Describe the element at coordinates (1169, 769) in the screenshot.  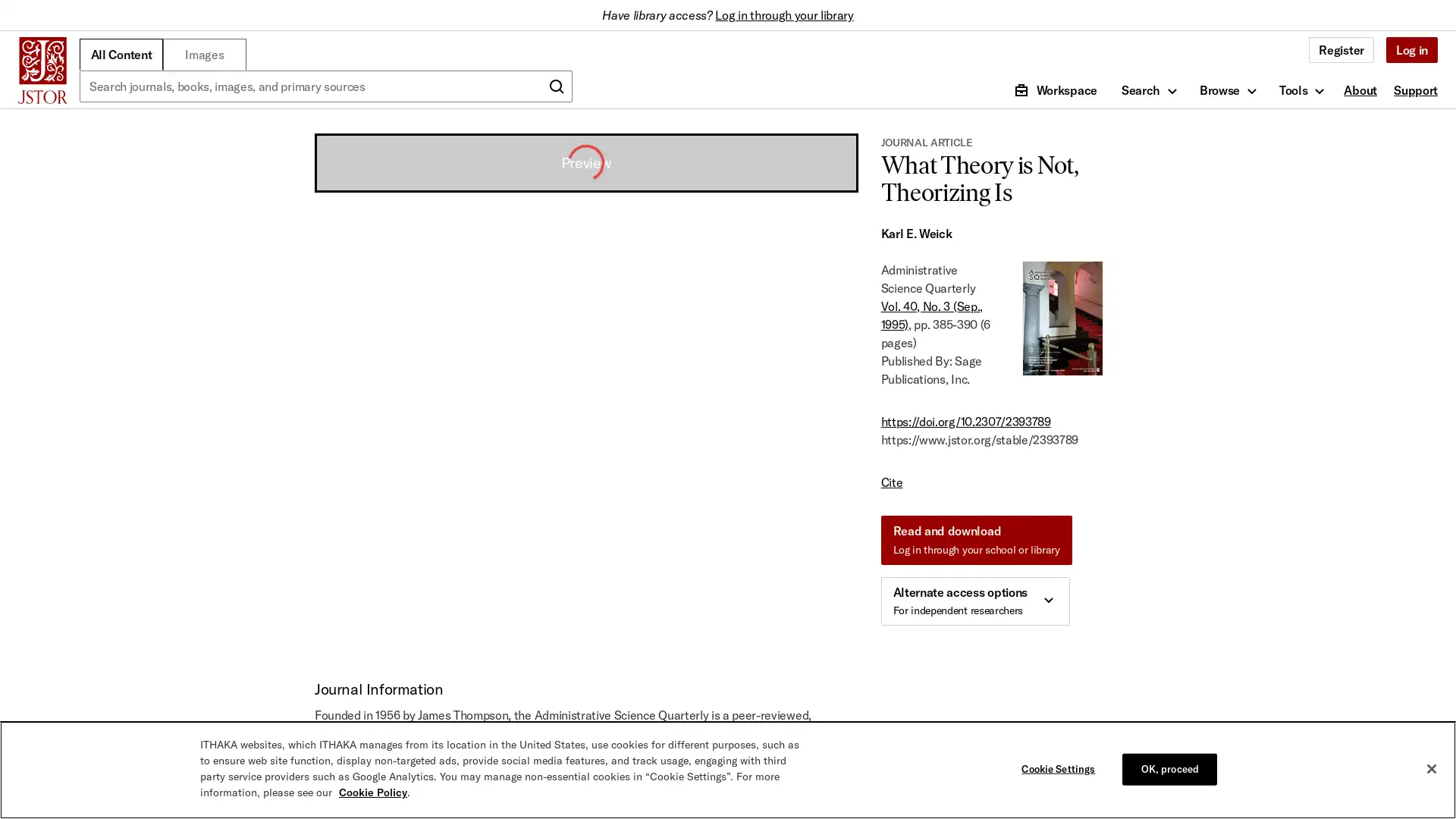
I see `OK, proceed` at that location.